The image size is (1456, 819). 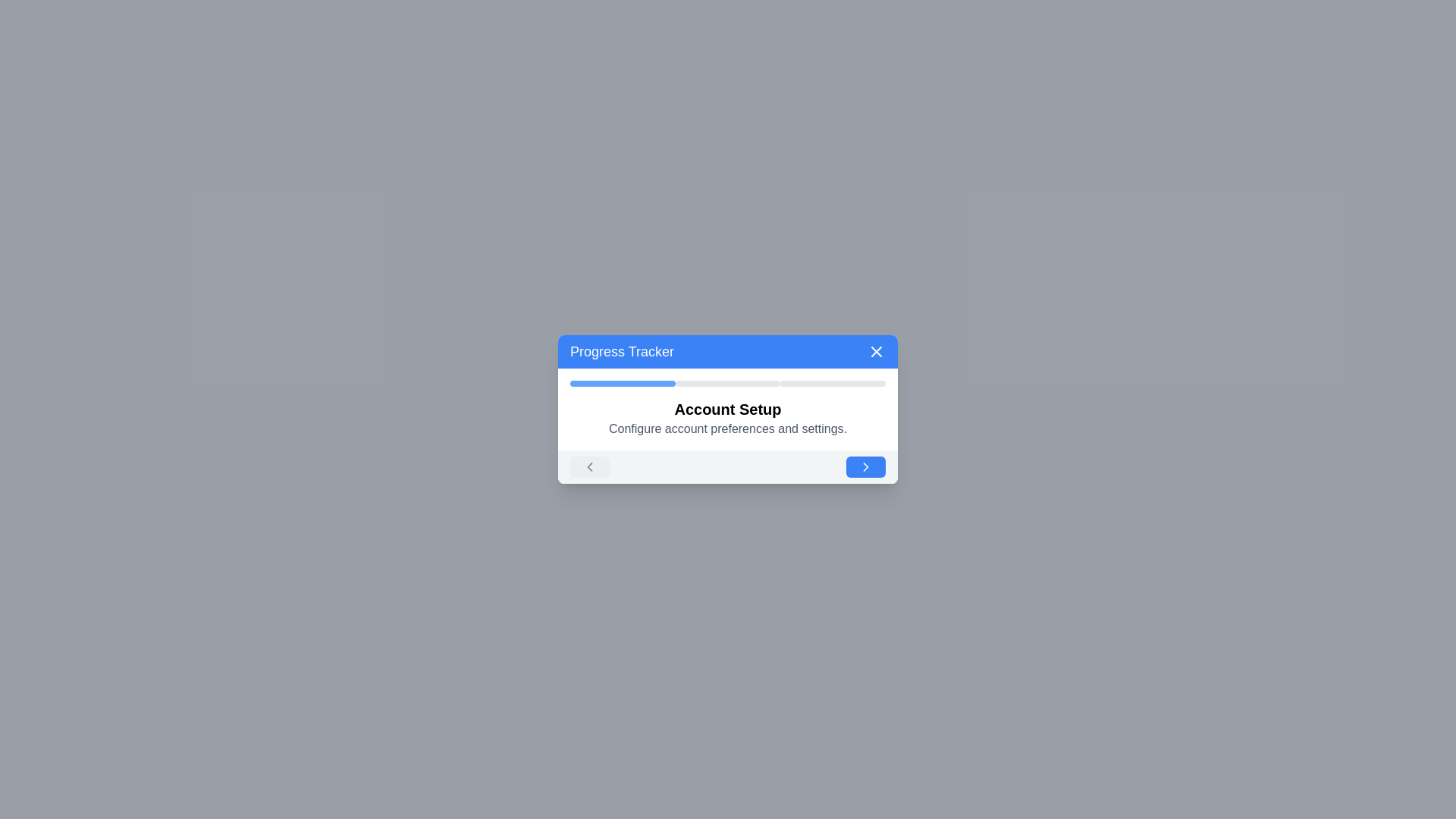 What do you see at coordinates (728, 429) in the screenshot?
I see `the text label reading 'Configure account preferences and settings.' which is styled in gray font and positioned beneath the 'Account Setup' title` at bounding box center [728, 429].